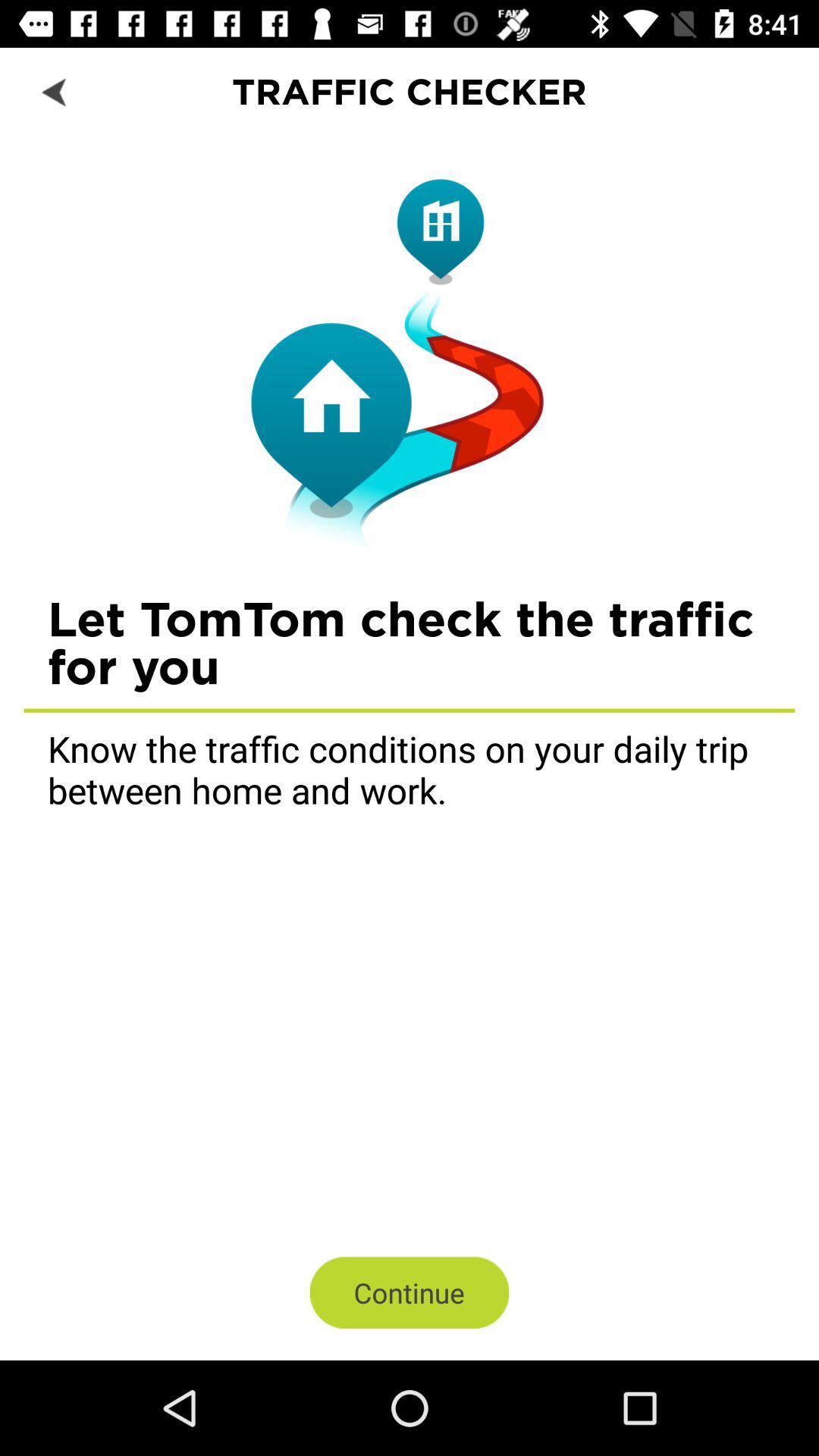 This screenshot has width=819, height=1456. Describe the element at coordinates (55, 90) in the screenshot. I see `go back` at that location.